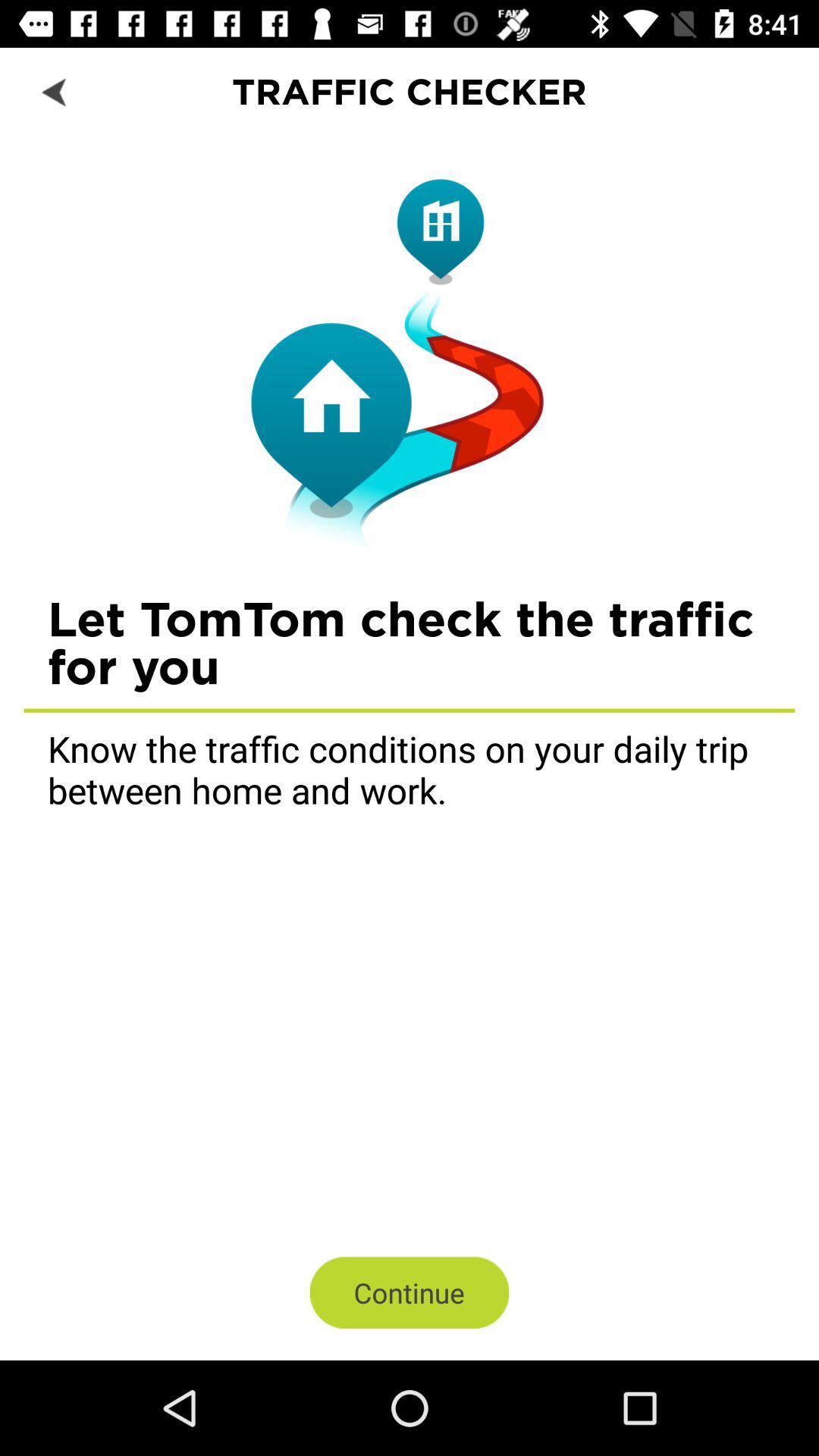 This screenshot has width=819, height=1456. Describe the element at coordinates (55, 90) in the screenshot. I see `go back` at that location.